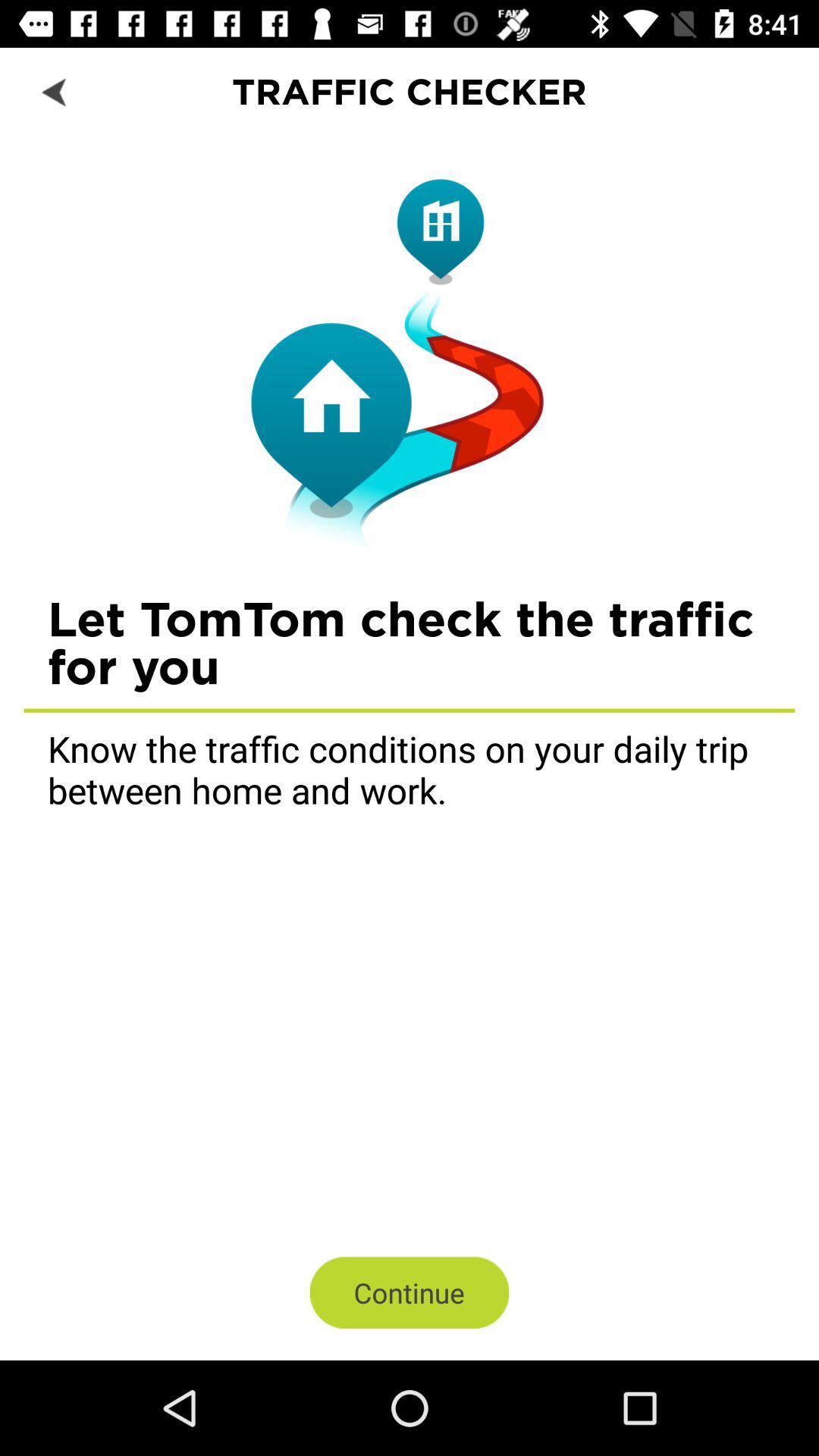 This screenshot has width=819, height=1456. Describe the element at coordinates (55, 90) in the screenshot. I see `go back` at that location.